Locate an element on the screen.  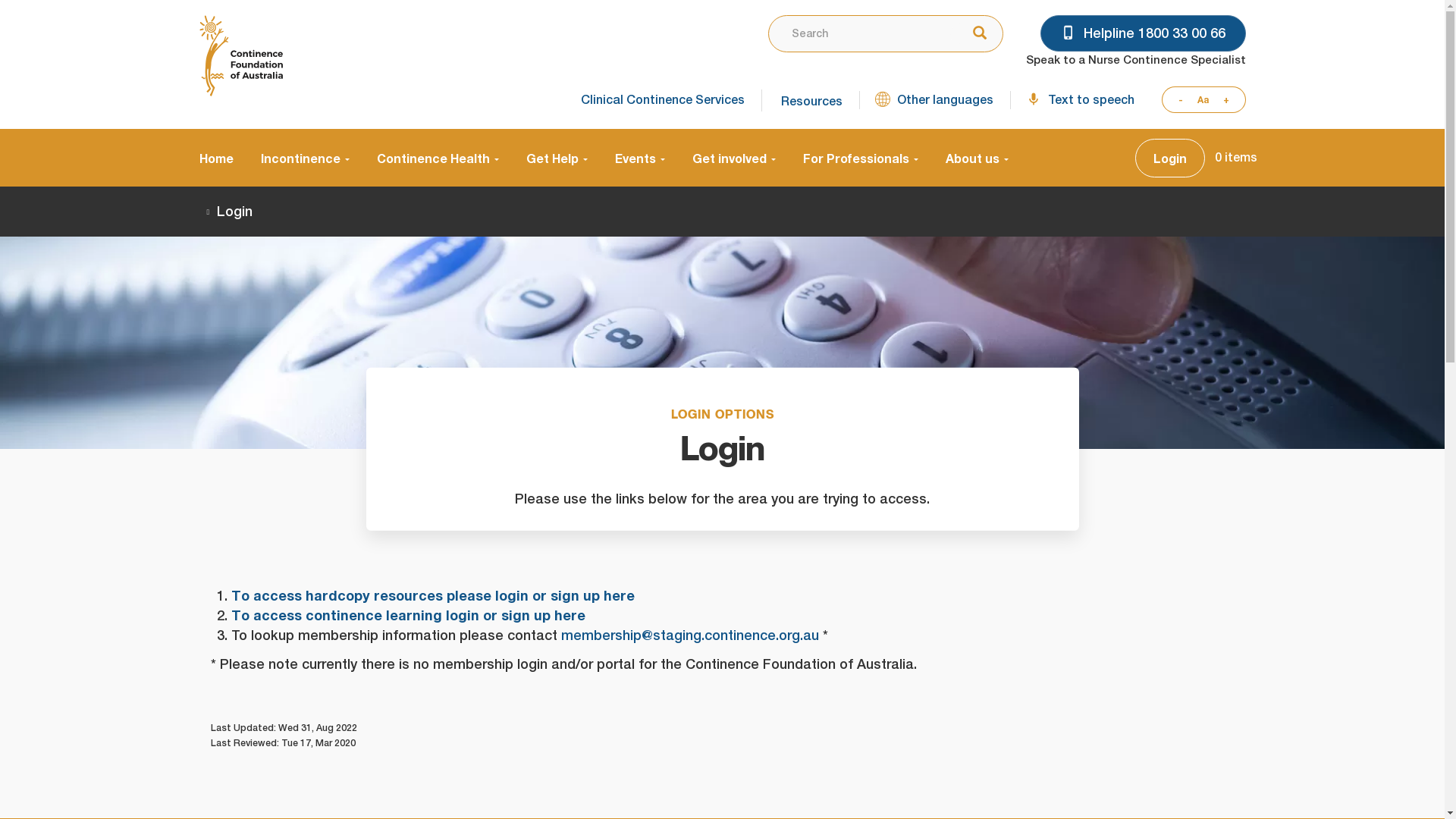
'Search' is located at coordinates (975, 34).